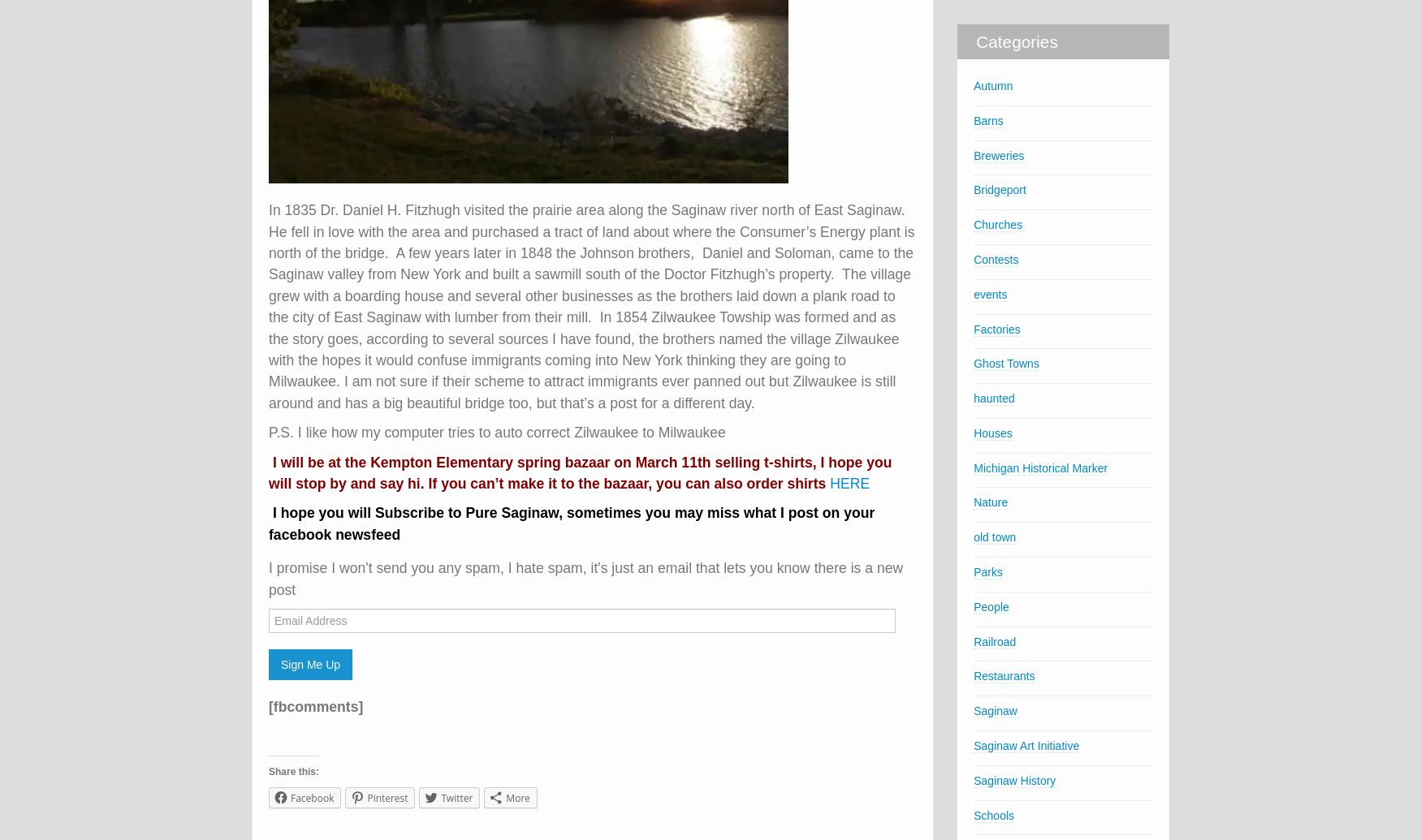  Describe the element at coordinates (987, 571) in the screenshot. I see `'Parks'` at that location.